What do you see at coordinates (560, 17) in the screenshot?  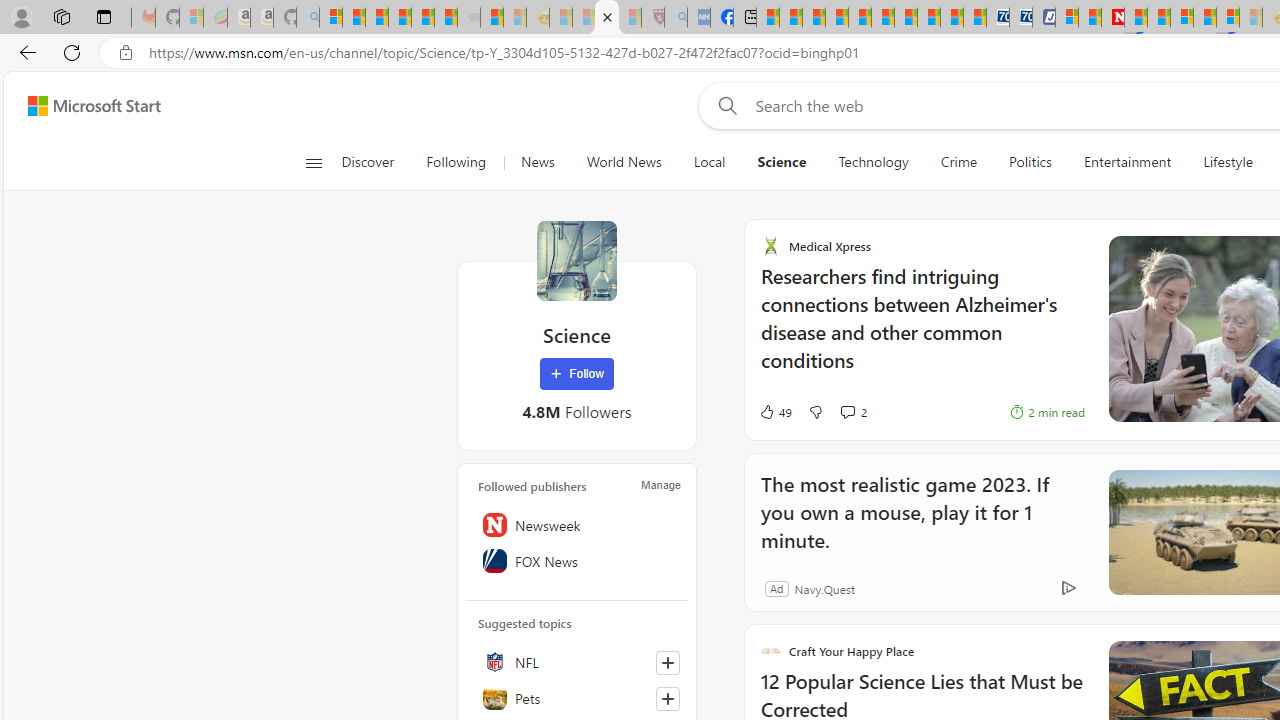 I see `'Recipes - MSN - Sleeping'` at bounding box center [560, 17].